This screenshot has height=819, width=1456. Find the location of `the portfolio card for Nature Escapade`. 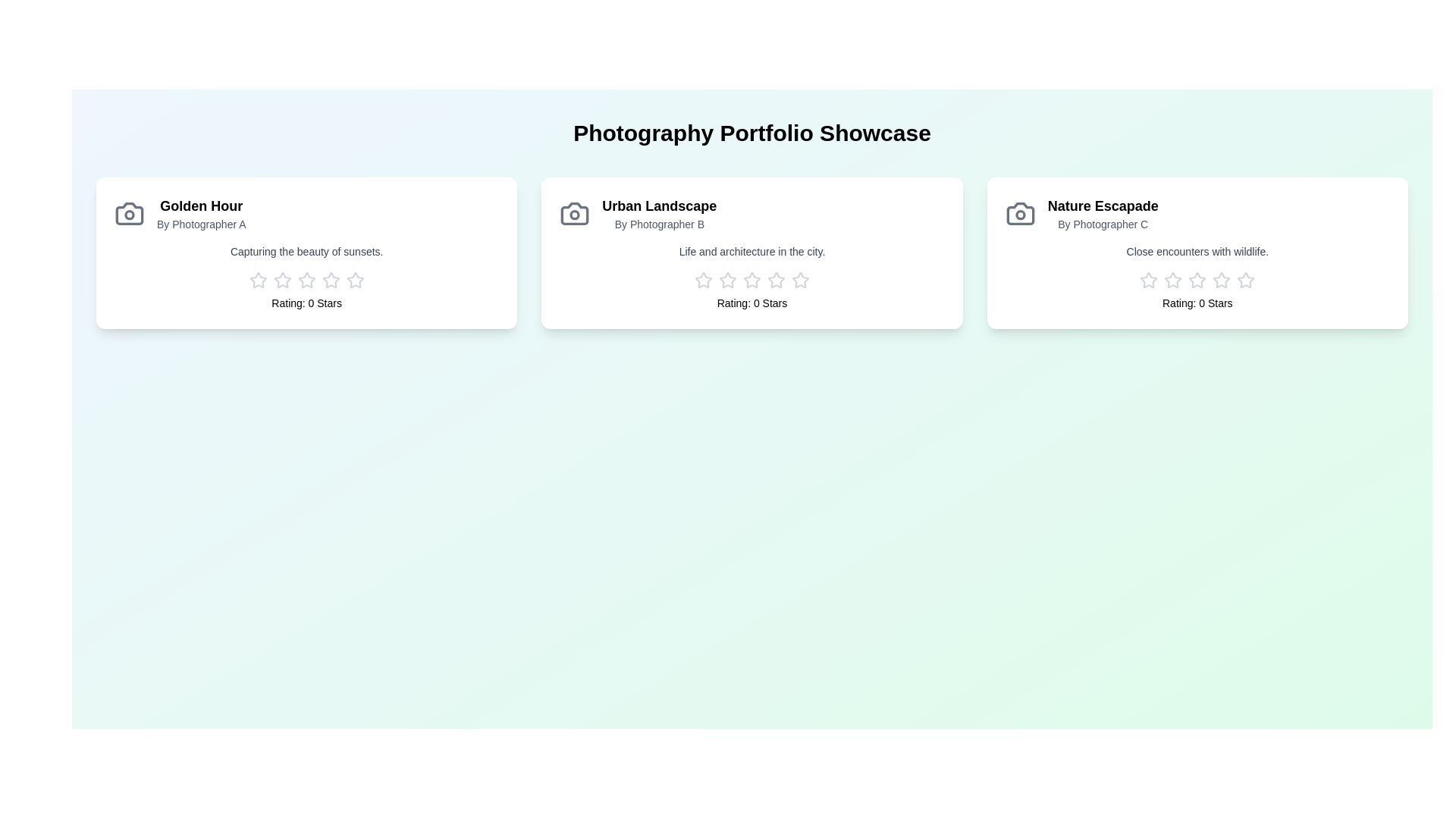

the portfolio card for Nature Escapade is located at coordinates (1197, 253).